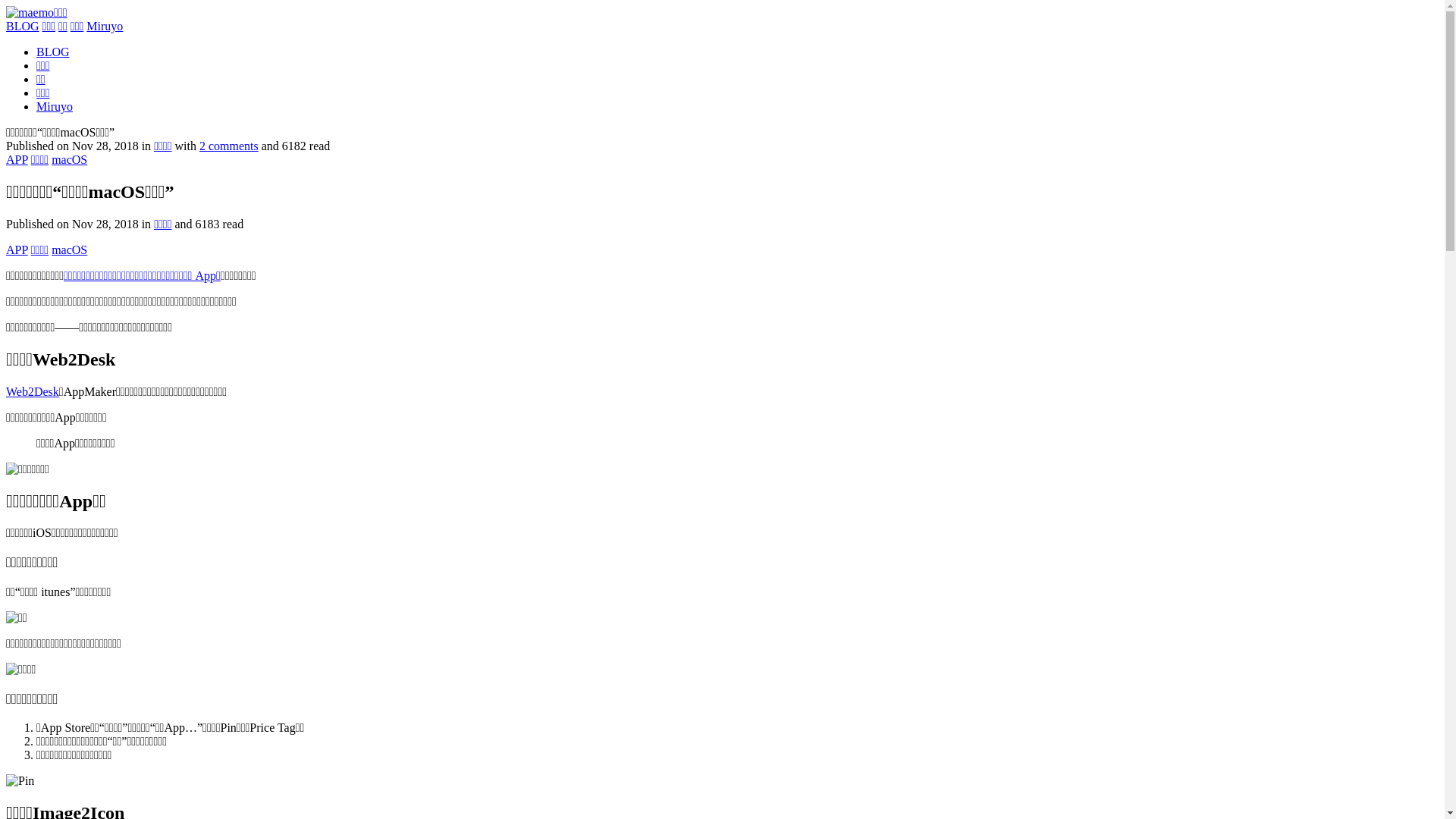 The height and width of the screenshot is (819, 1456). I want to click on 'BLOG', so click(36, 51).